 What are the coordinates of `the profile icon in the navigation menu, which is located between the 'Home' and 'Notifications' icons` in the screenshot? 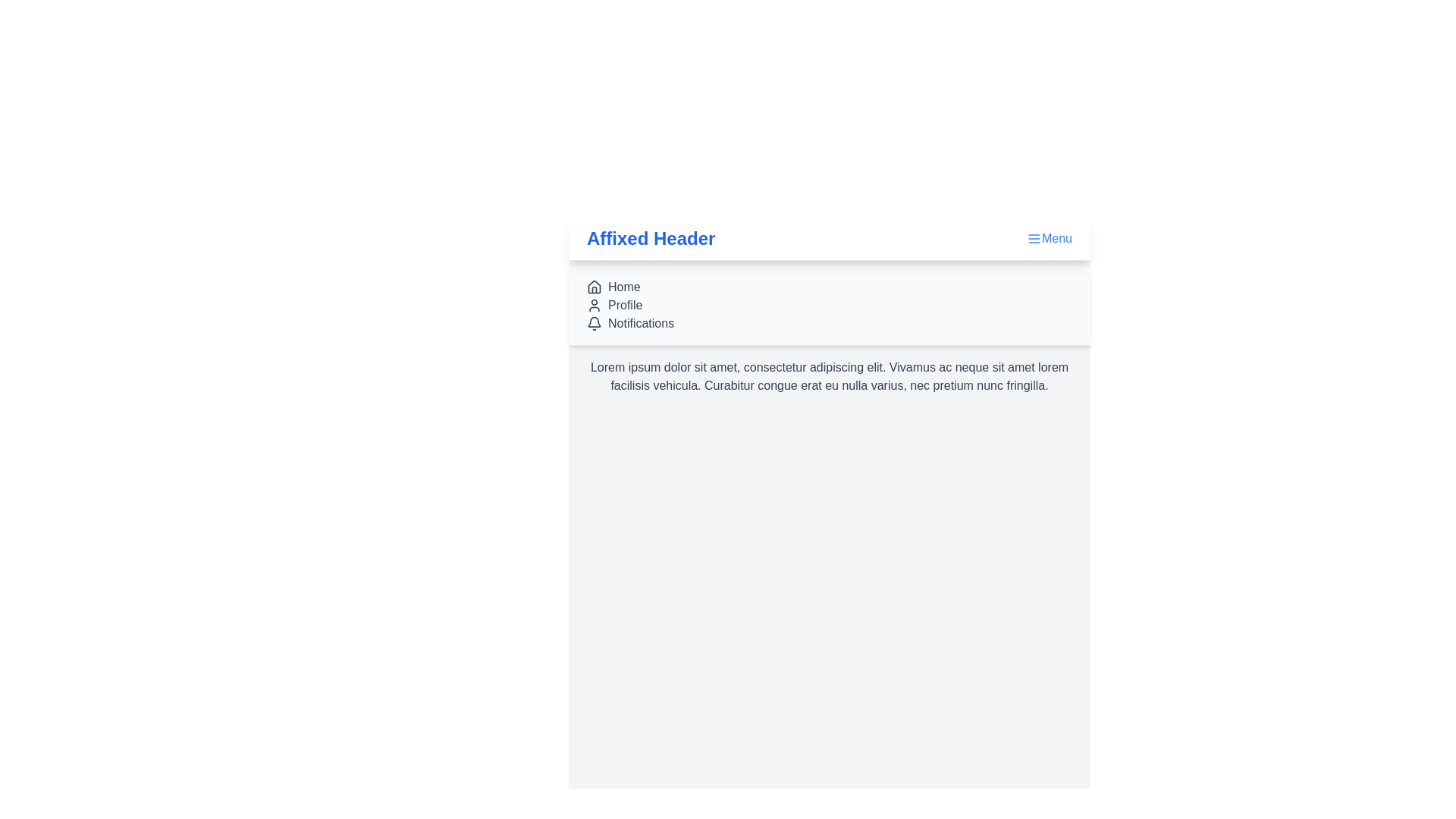 It's located at (593, 305).